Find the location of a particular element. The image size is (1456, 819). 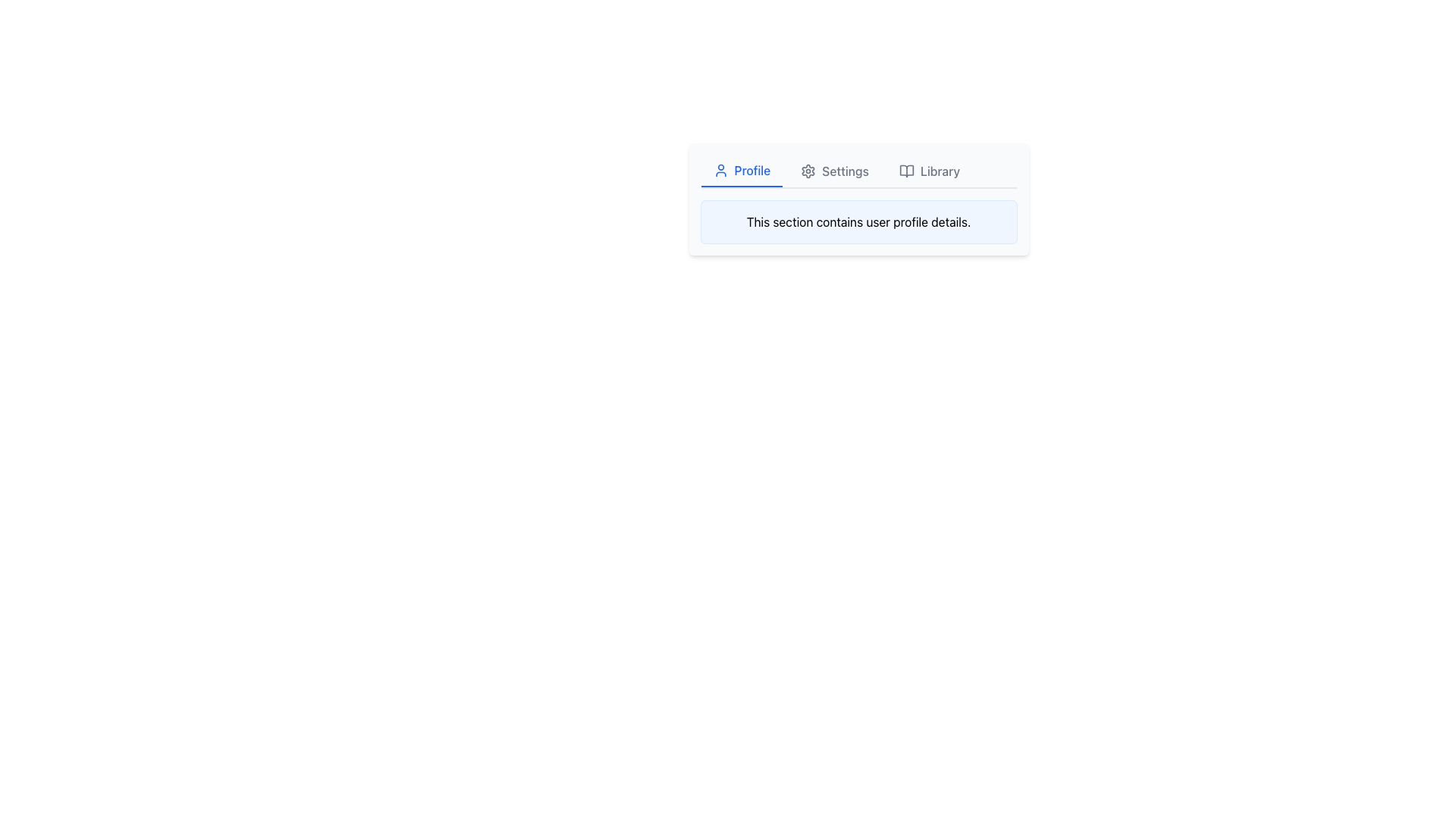

the 'Settings' tab, which is a horizontal tab with a gear icon, located between the 'Profile' tab and the 'Library' tab is located at coordinates (834, 171).